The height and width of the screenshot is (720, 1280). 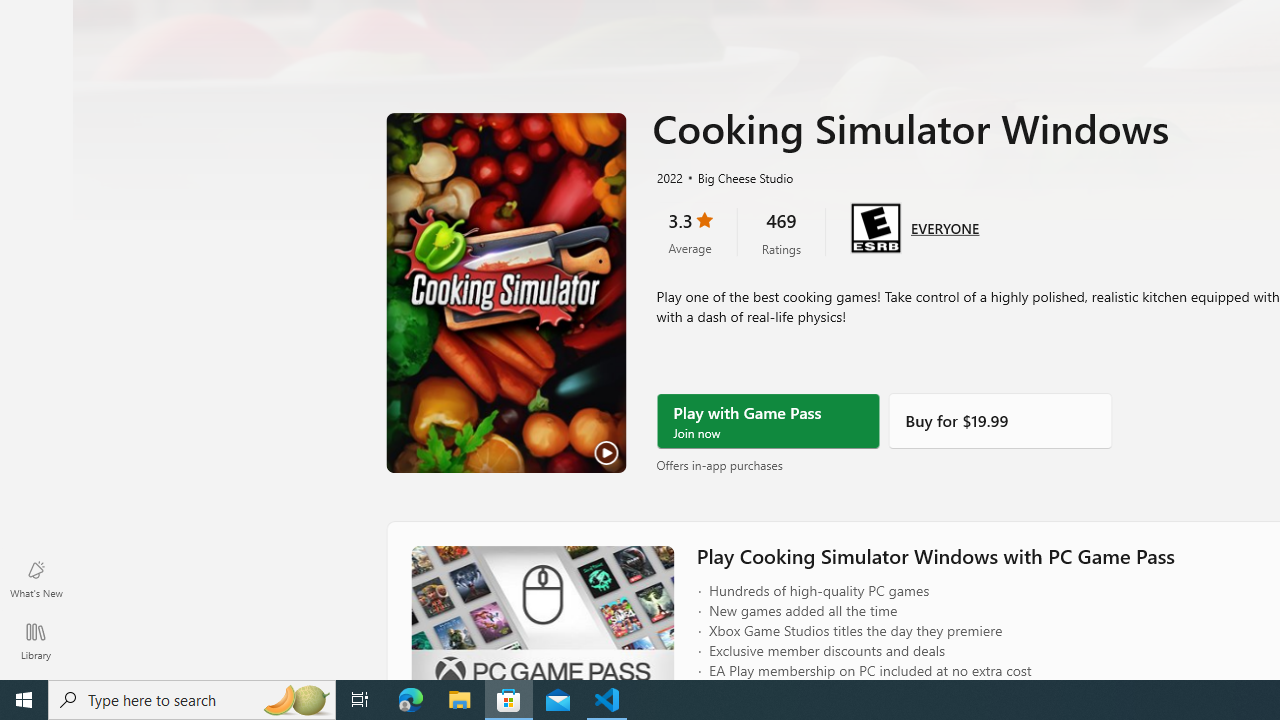 What do you see at coordinates (668, 176) in the screenshot?
I see `'2022'` at bounding box center [668, 176].